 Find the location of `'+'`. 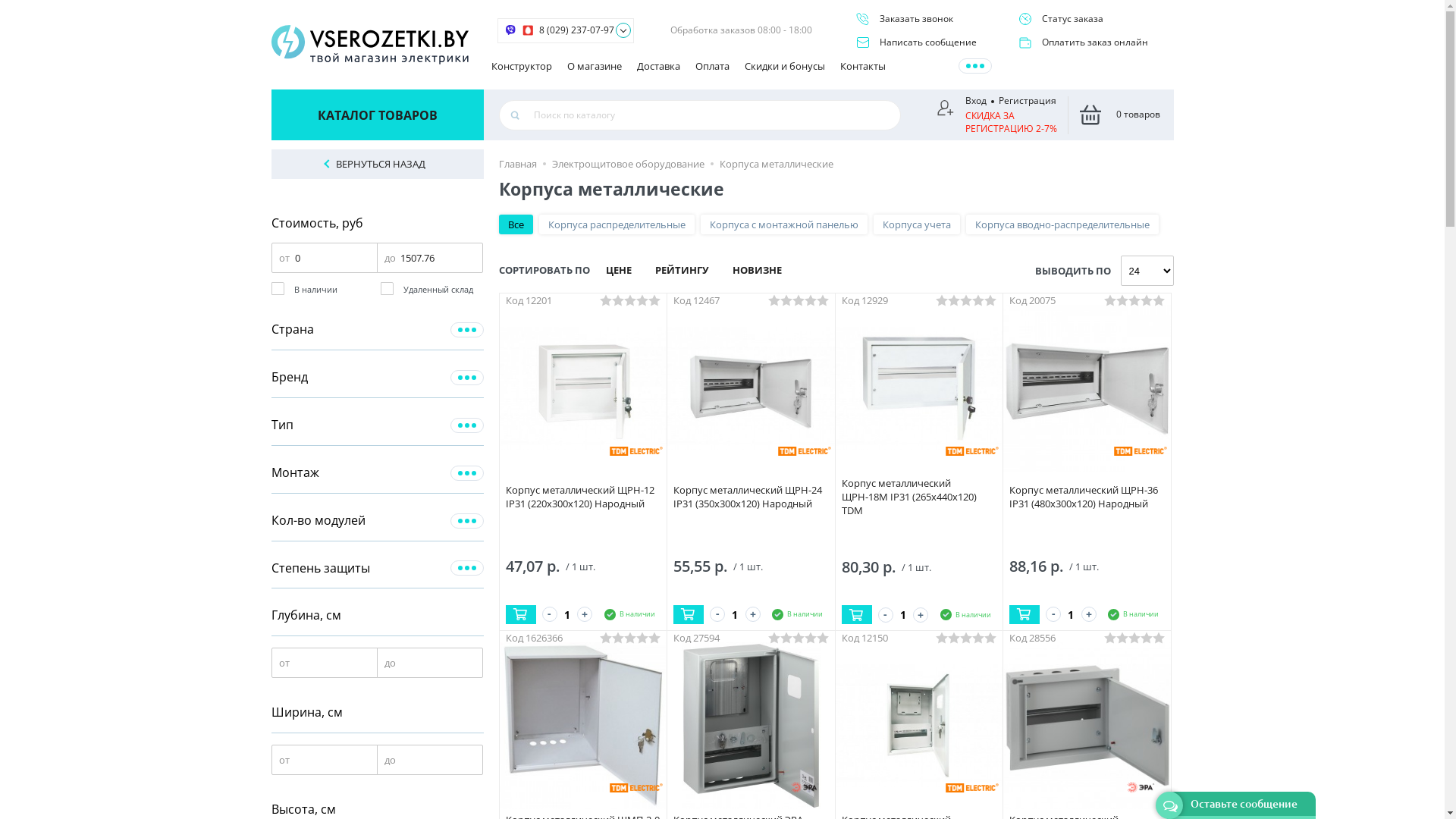

'+' is located at coordinates (1087, 614).